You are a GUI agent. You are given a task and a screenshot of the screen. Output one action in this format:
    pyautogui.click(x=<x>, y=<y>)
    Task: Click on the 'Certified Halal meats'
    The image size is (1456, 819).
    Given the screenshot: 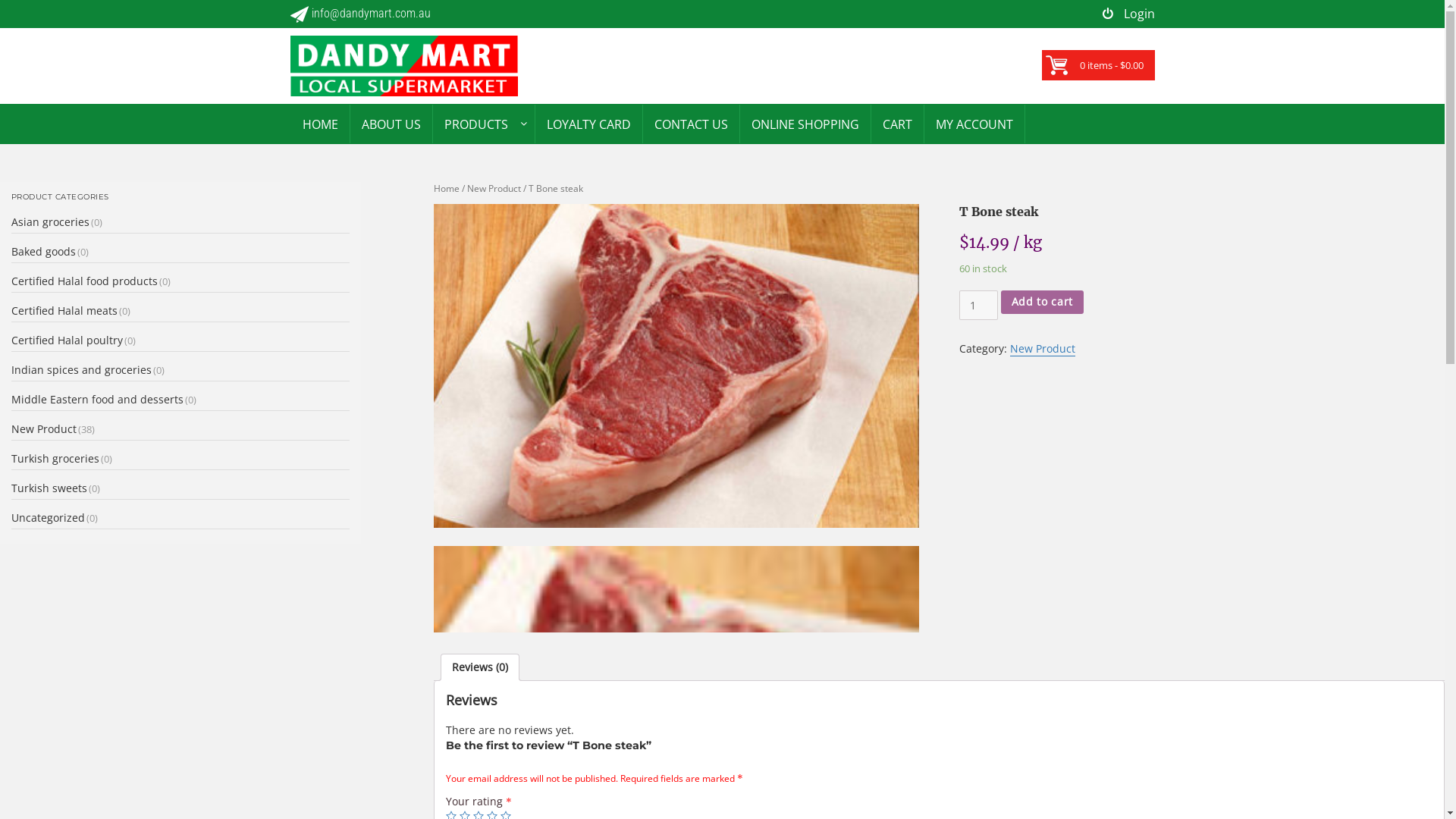 What is the action you would take?
    pyautogui.click(x=64, y=309)
    